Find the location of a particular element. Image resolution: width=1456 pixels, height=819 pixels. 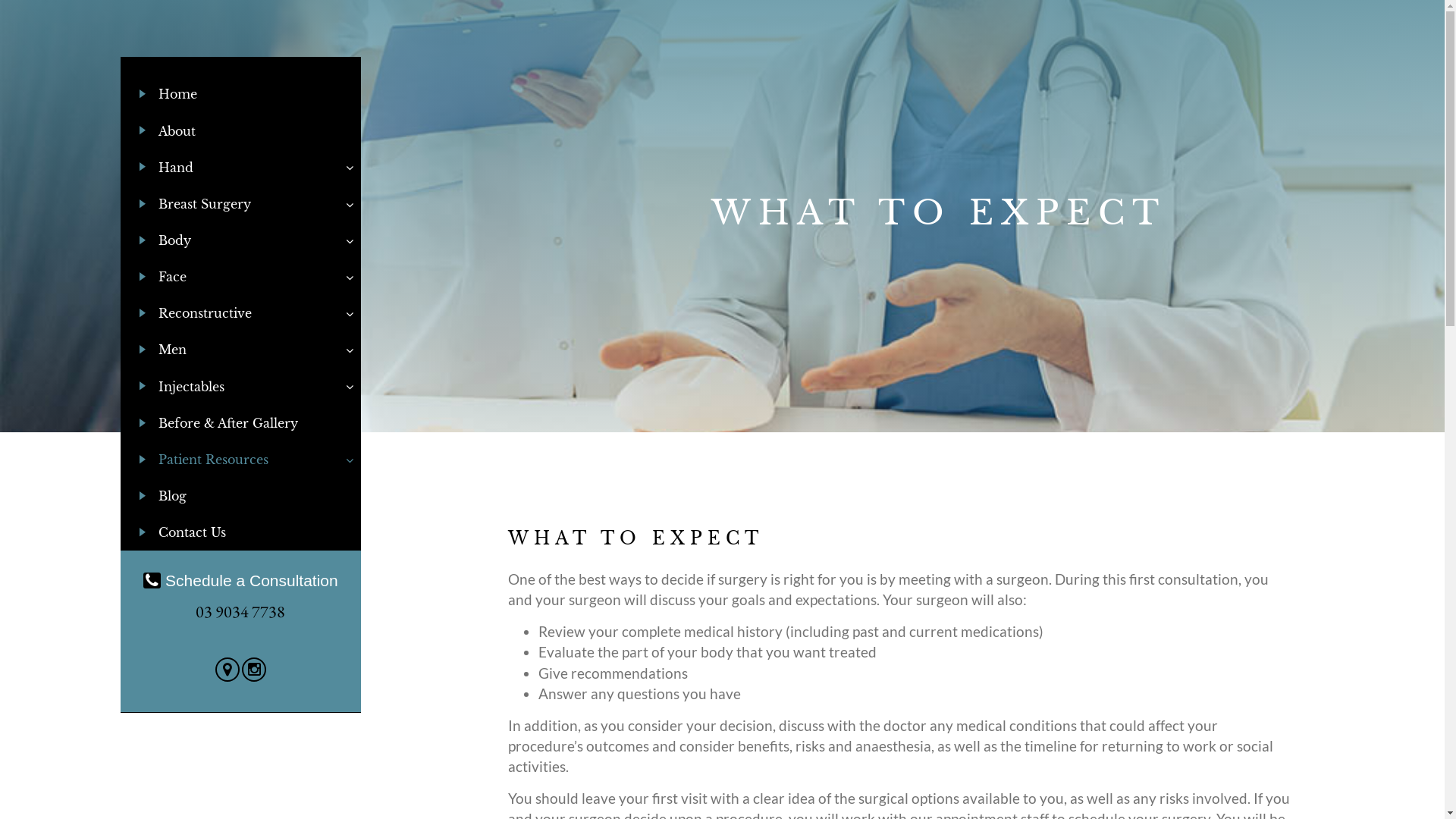

'Contact Us' is located at coordinates (240, 532).